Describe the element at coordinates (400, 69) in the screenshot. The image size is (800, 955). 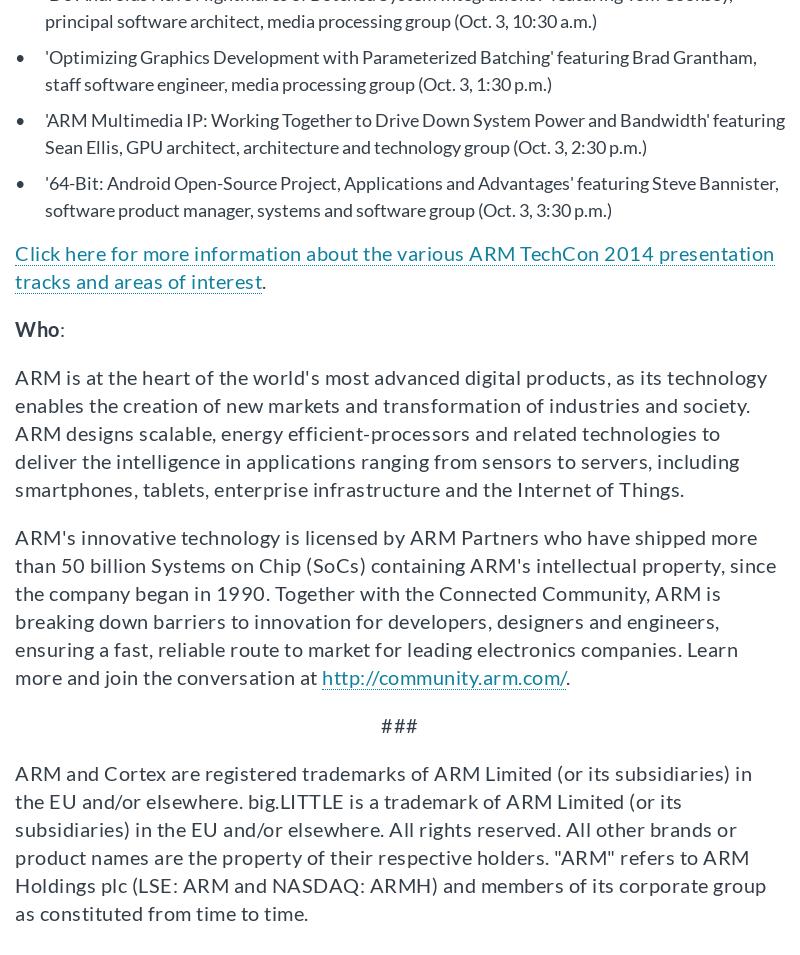
I see `''Optimizing Graphics Development with Parameterized Batching' featuring Brad Grantham, staff software engineer, media processing group (Oct. 3, 1:30 p.m.)'` at that location.